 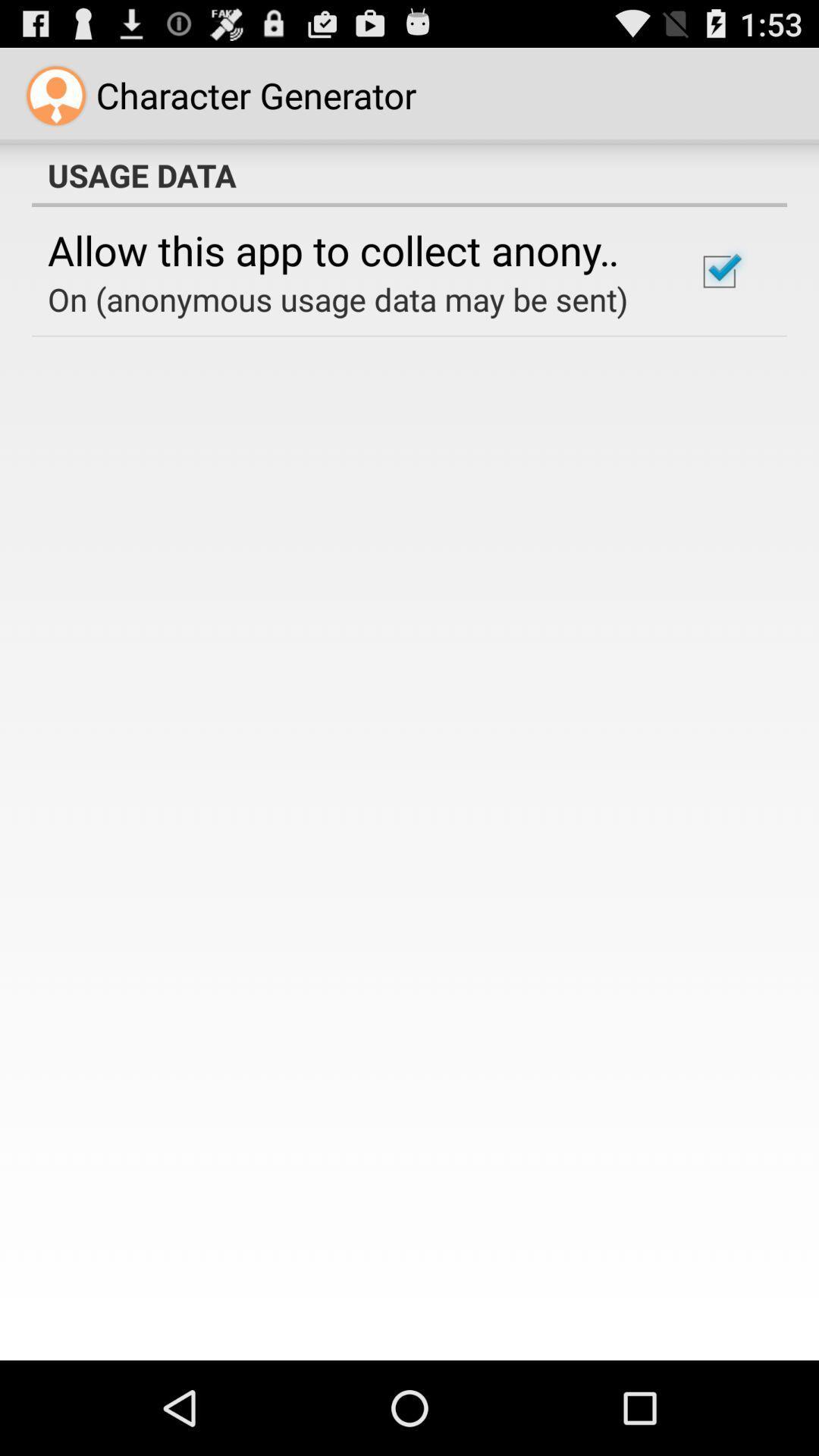 I want to click on checkbox at the top right corner, so click(x=718, y=271).